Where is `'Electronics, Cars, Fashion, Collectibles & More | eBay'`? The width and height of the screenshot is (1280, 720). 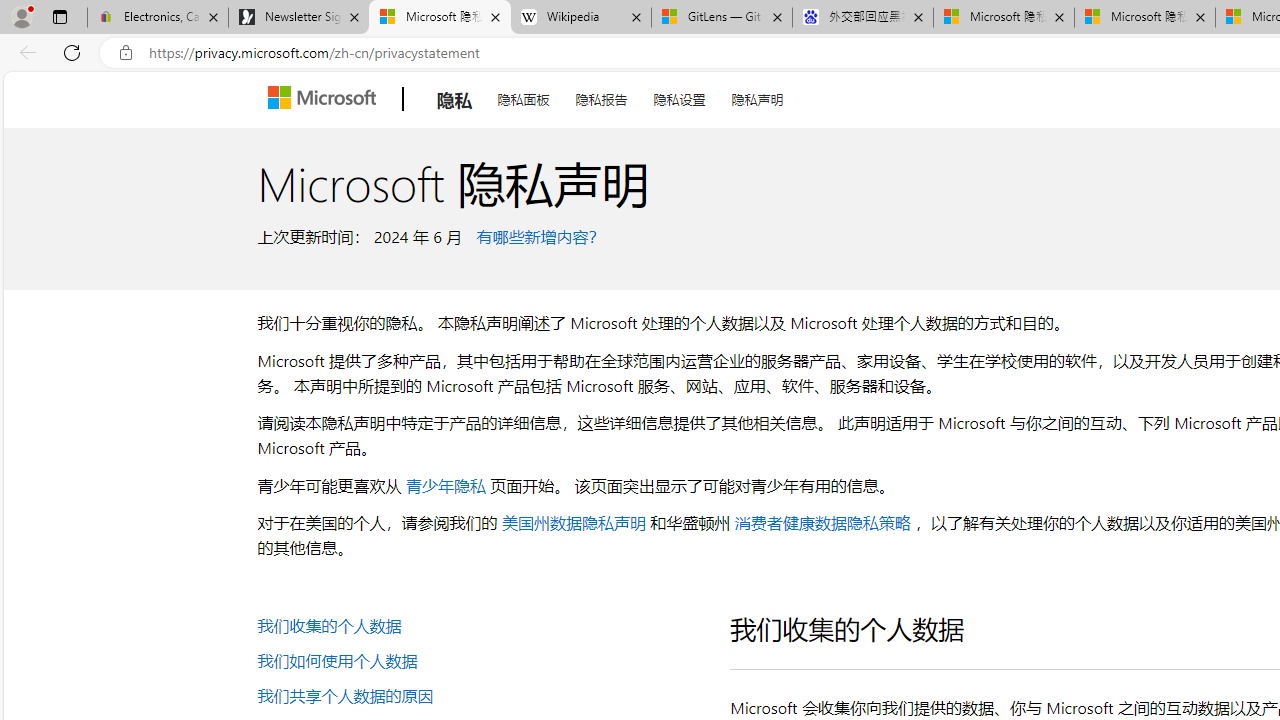
'Electronics, Cars, Fashion, Collectibles & More | eBay' is located at coordinates (157, 17).